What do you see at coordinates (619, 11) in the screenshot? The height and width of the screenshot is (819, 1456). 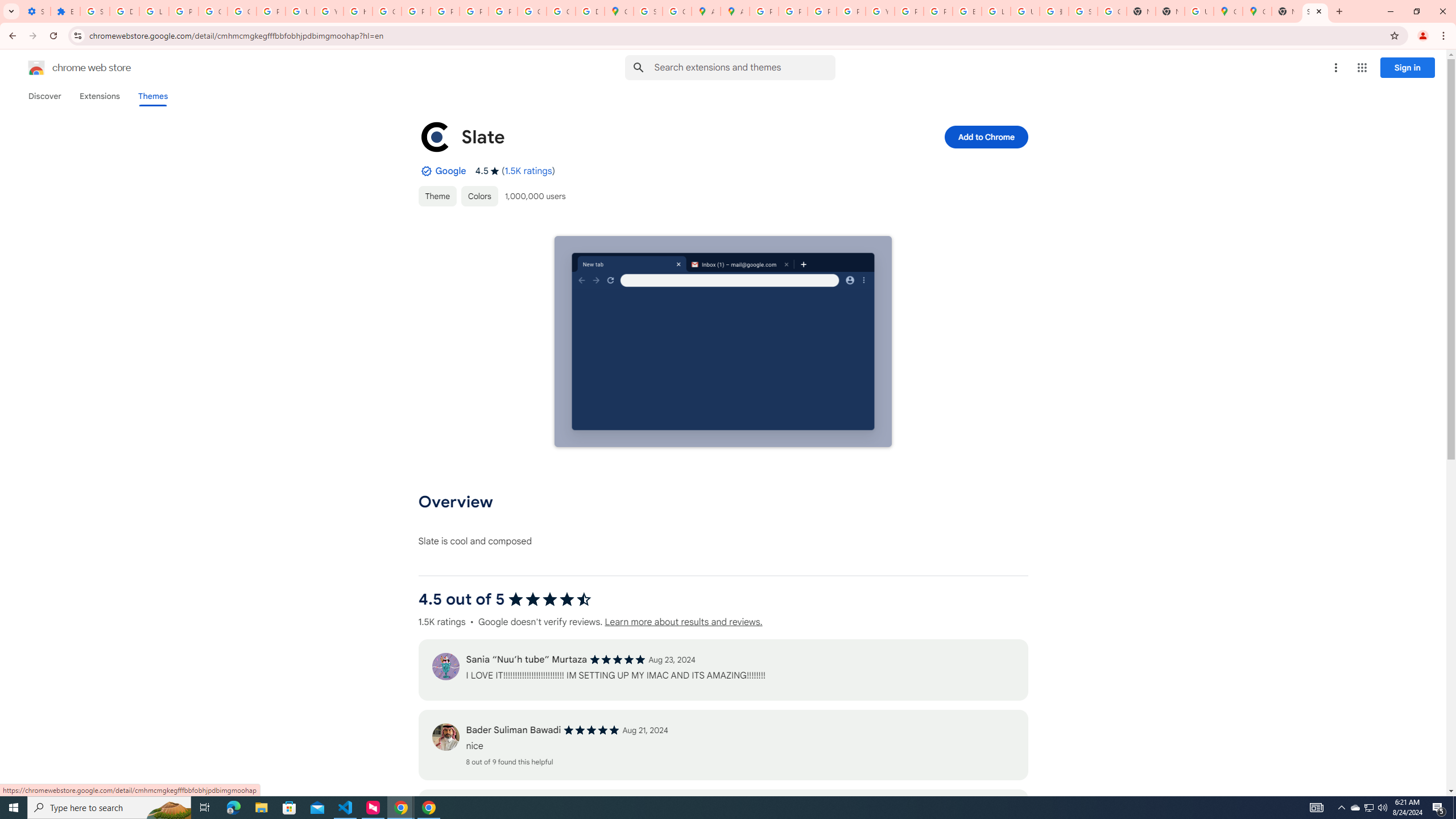 I see `'Google Maps'` at bounding box center [619, 11].